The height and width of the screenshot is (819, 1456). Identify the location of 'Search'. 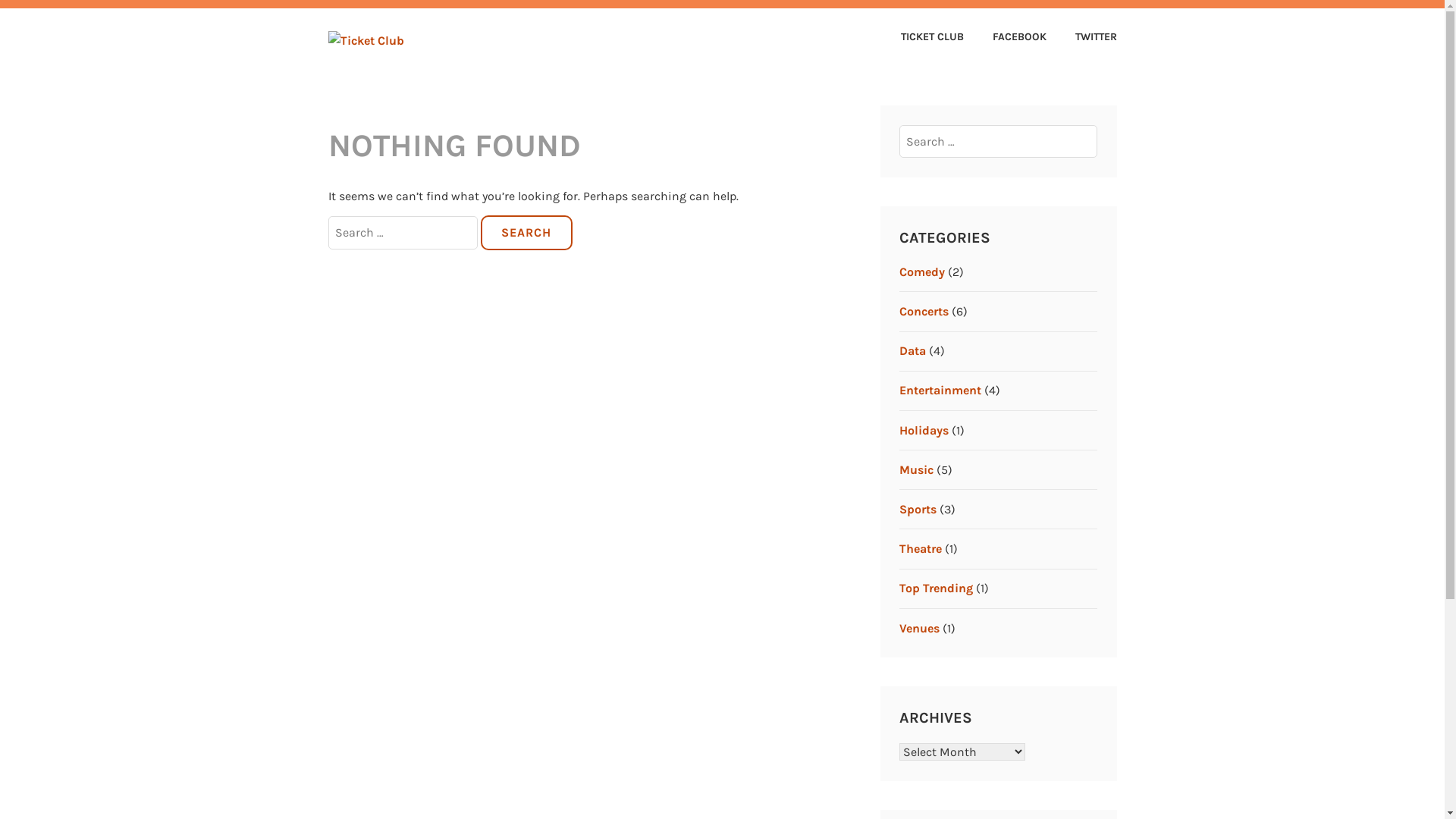
(45, 17).